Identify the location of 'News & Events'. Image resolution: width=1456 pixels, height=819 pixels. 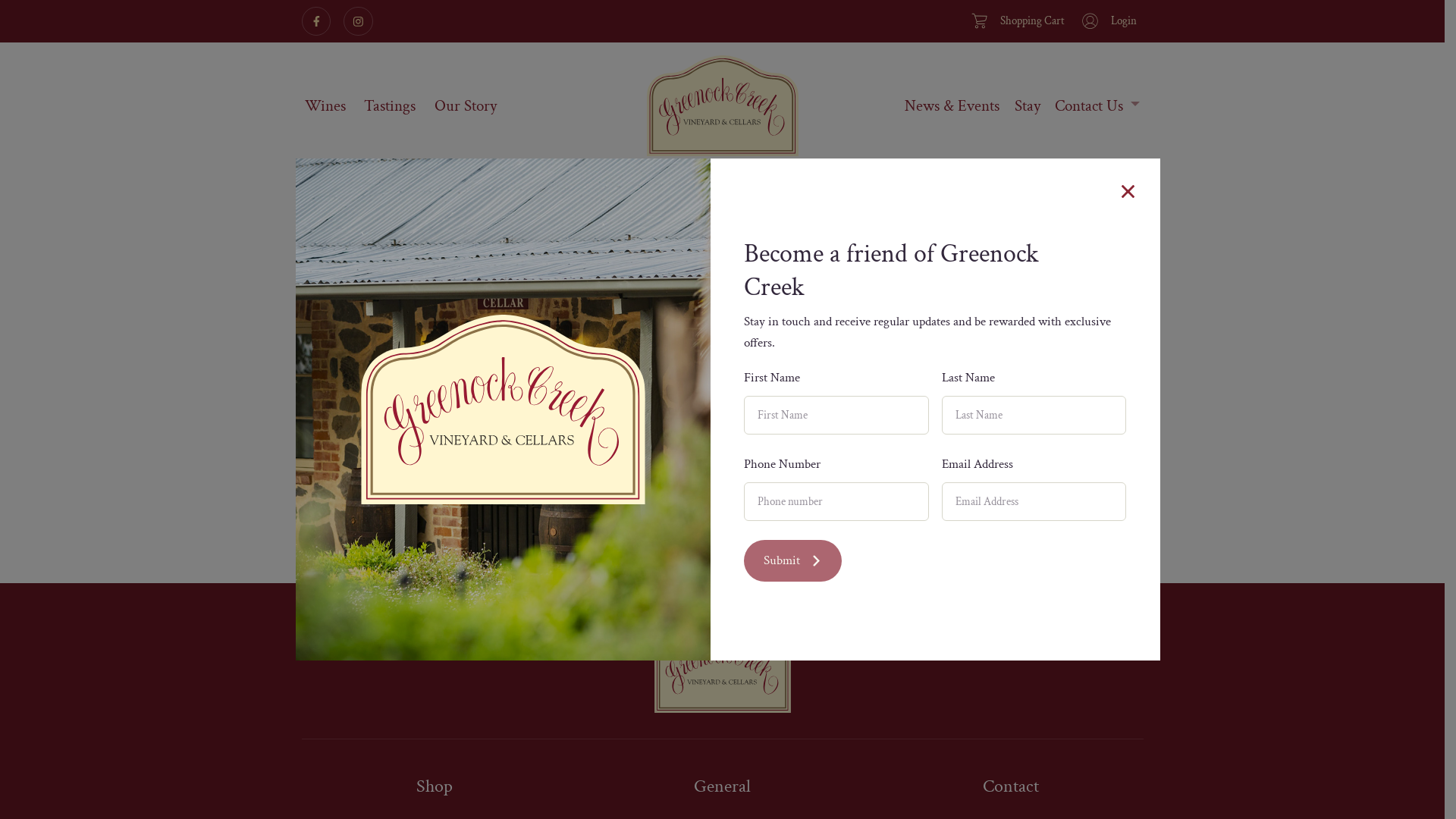
(952, 105).